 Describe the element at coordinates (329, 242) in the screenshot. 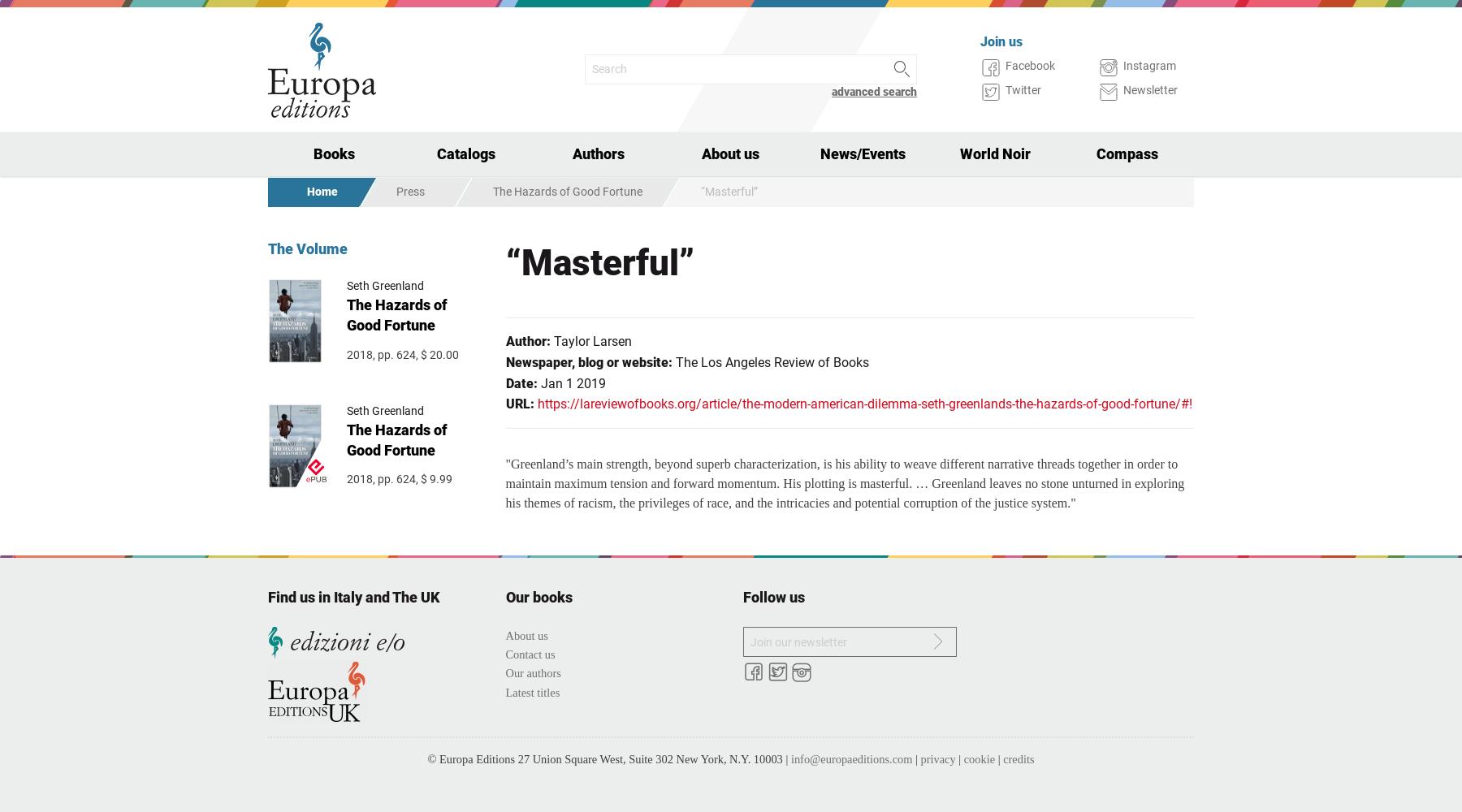

I see `'Forthcoming'` at that location.